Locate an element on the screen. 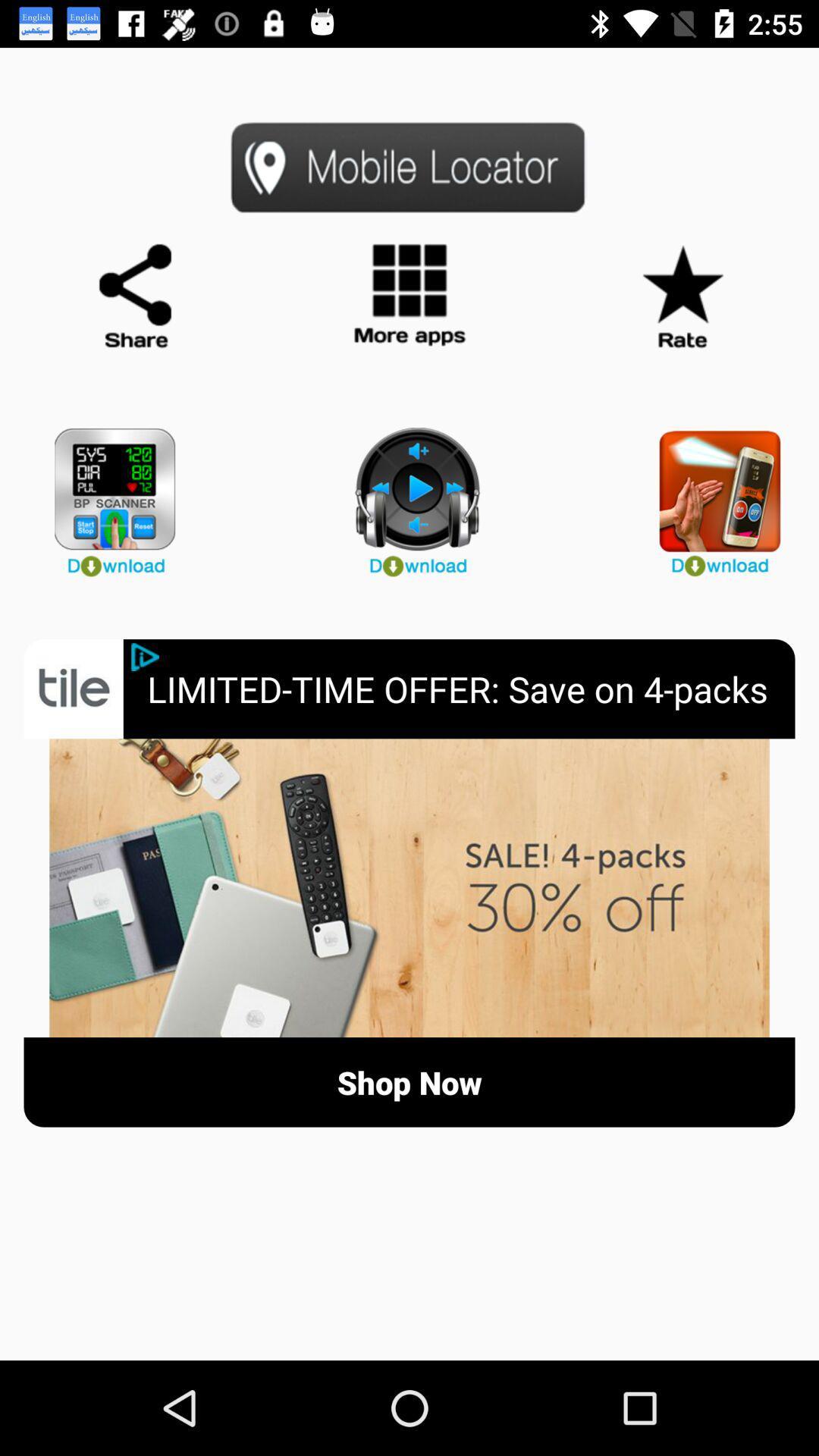 The width and height of the screenshot is (819, 1456). the limited time offer item is located at coordinates (470, 688).